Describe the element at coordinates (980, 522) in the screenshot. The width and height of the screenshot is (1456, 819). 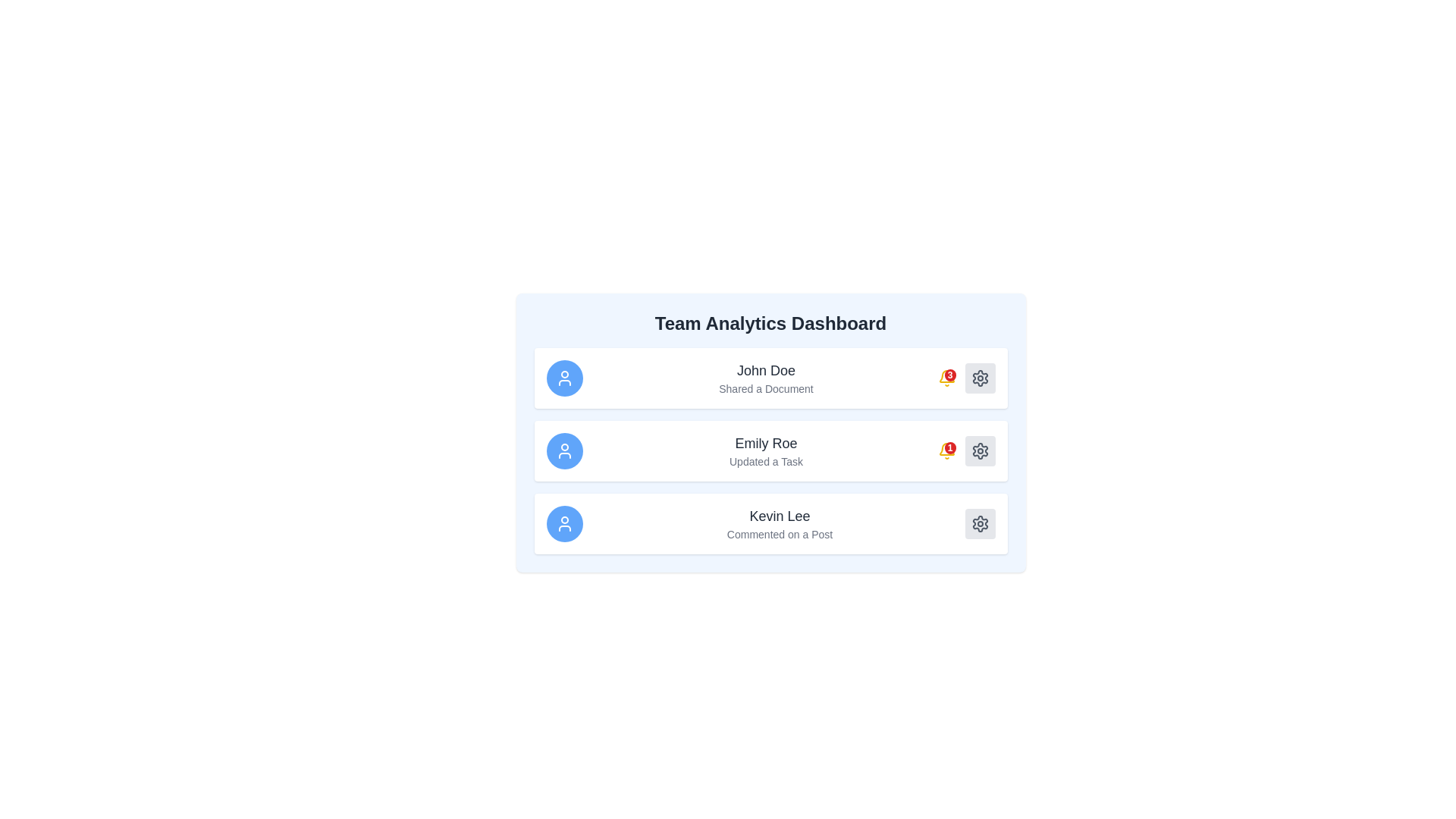
I see `the settings button located to the right of the list item labeled 'Kevin Lee Commented on a Post'` at that location.